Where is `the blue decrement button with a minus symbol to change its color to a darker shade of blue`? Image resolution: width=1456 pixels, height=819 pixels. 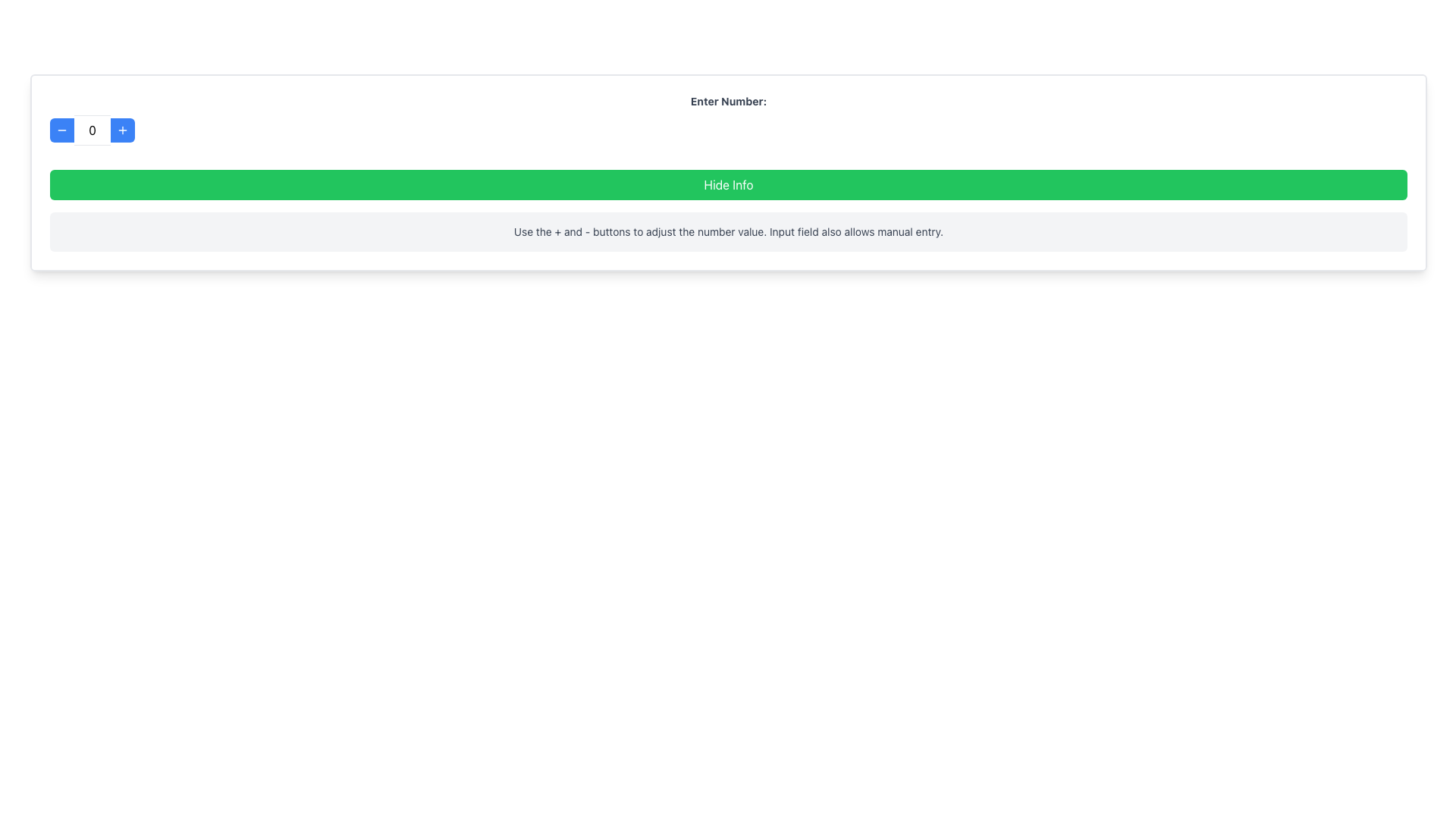 the blue decrement button with a minus symbol to change its color to a darker shade of blue is located at coordinates (61, 130).